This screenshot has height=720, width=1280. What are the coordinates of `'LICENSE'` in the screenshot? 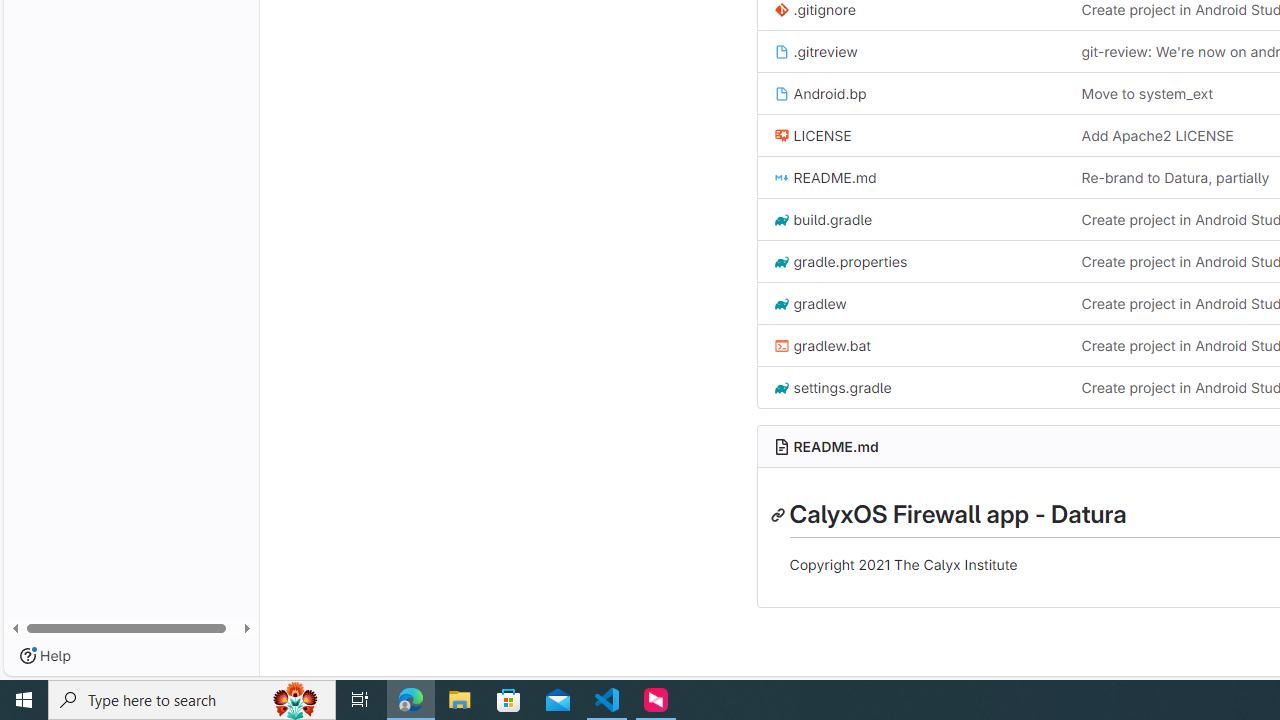 It's located at (812, 135).